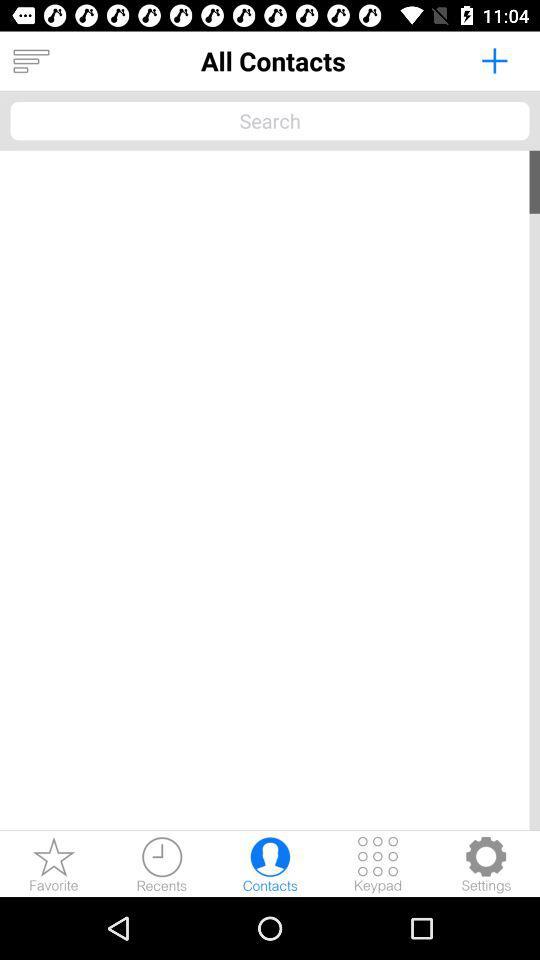 This screenshot has width=540, height=960. What do you see at coordinates (493, 59) in the screenshot?
I see `the add icon` at bounding box center [493, 59].